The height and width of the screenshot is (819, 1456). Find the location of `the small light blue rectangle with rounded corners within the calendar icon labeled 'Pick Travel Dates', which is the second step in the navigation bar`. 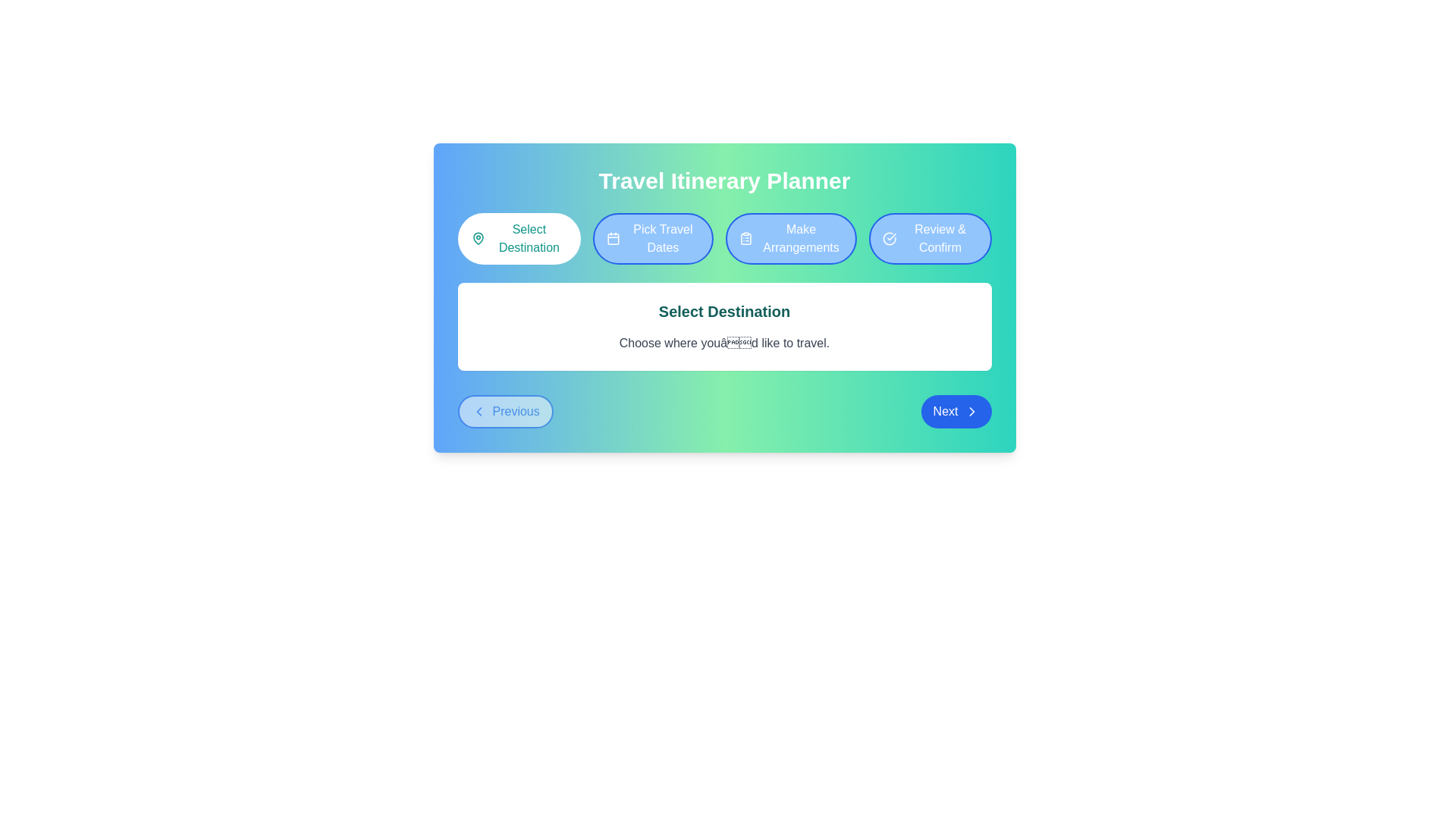

the small light blue rectangle with rounded corners within the calendar icon labeled 'Pick Travel Dates', which is the second step in the navigation bar is located at coordinates (613, 239).